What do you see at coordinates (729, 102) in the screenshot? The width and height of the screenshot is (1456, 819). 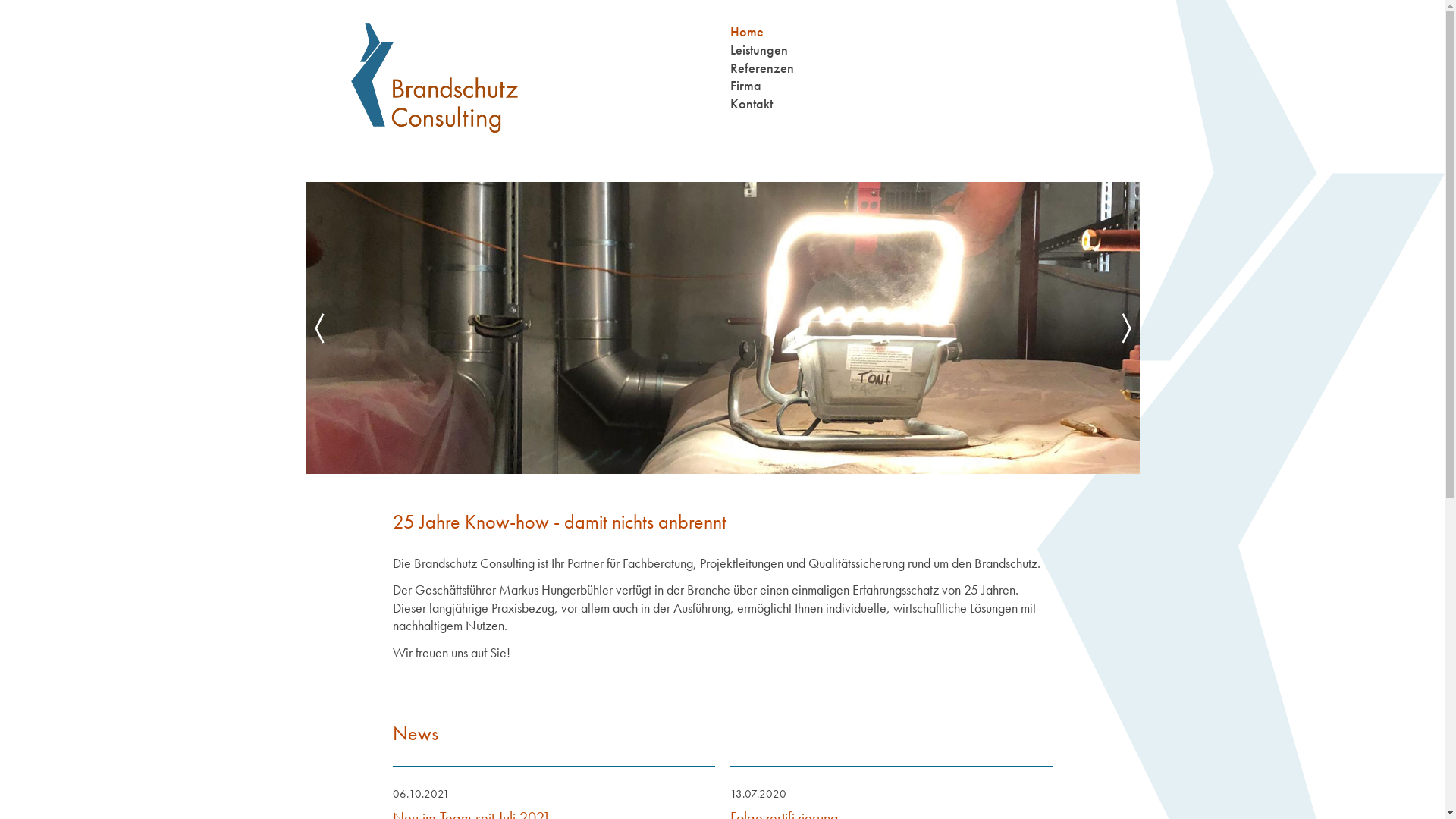 I see `'Kontakt'` at bounding box center [729, 102].